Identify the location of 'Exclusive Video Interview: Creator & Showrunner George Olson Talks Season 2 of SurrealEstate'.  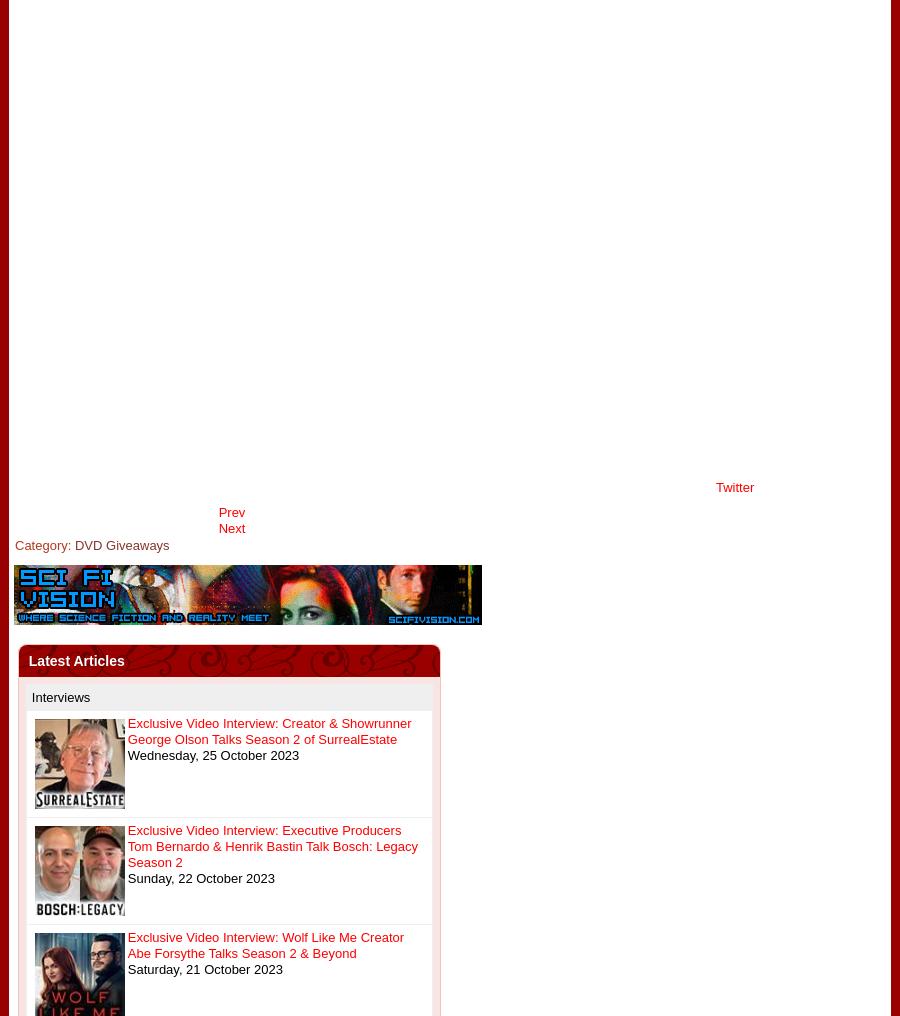
(126, 731).